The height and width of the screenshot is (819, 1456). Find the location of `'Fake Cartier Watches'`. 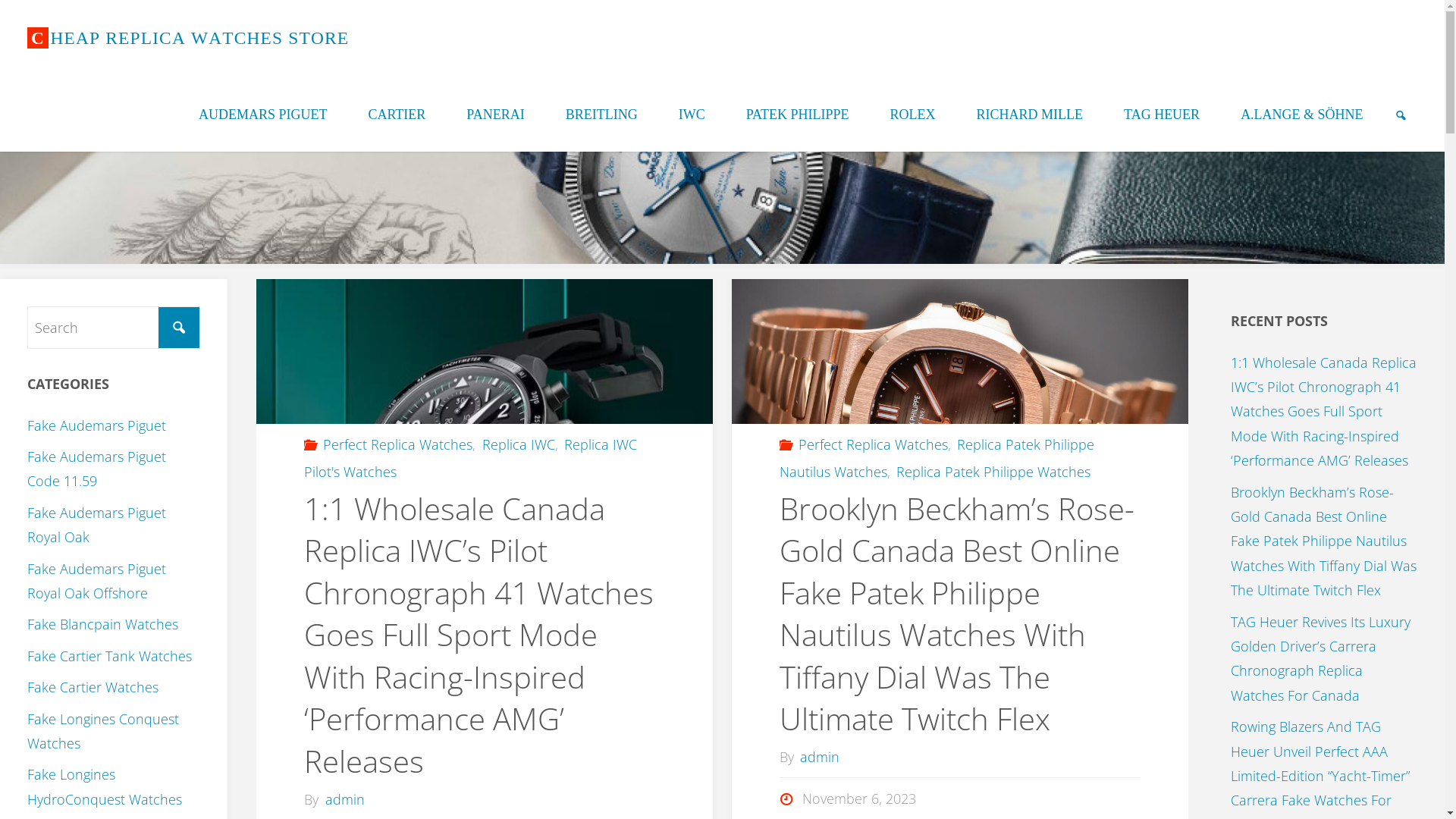

'Fake Cartier Watches' is located at coordinates (92, 687).